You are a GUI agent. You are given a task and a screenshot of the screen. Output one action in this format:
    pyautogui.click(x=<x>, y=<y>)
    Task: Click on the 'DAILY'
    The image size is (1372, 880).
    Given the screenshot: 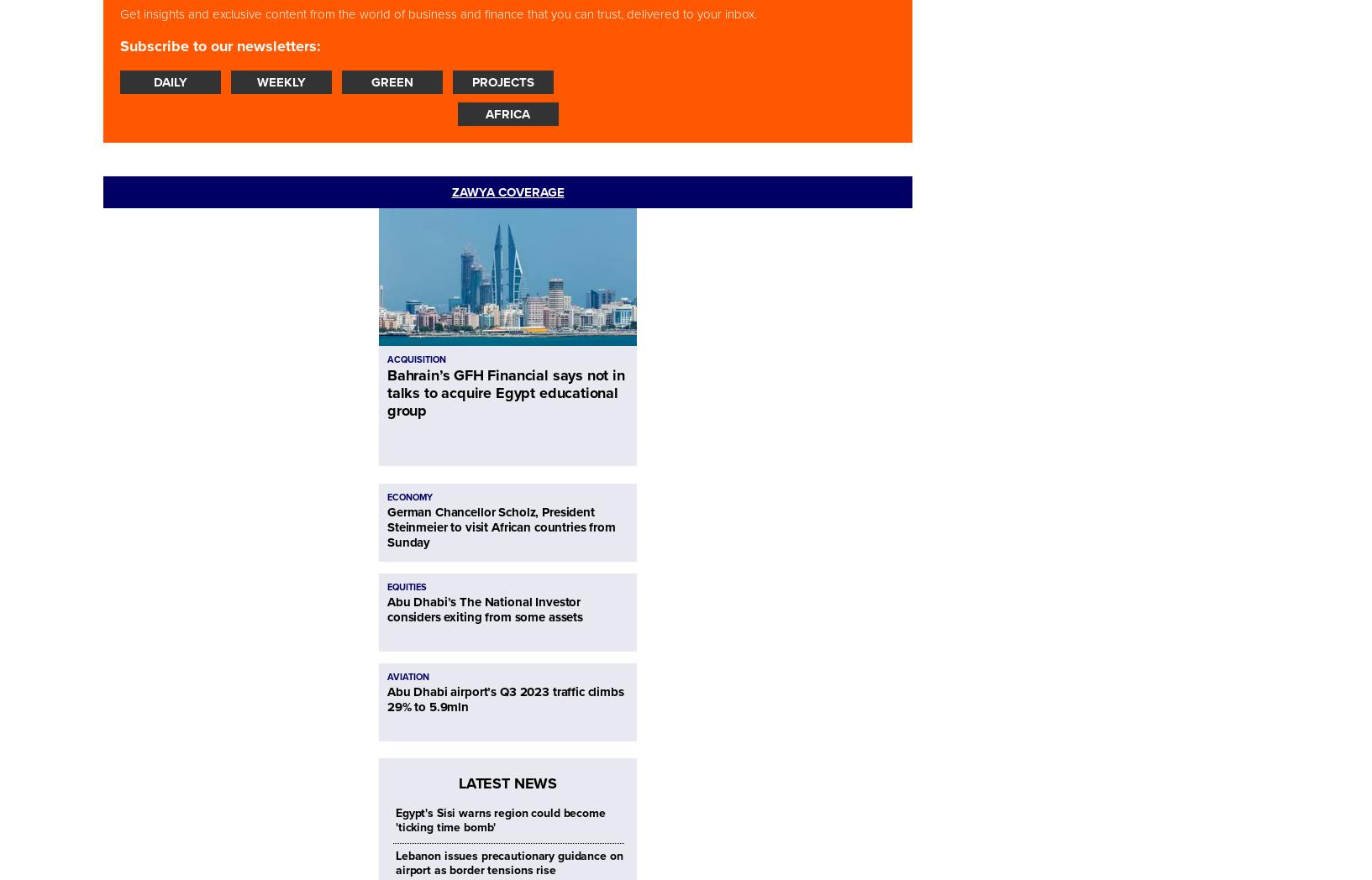 What is the action you would take?
    pyautogui.click(x=169, y=81)
    